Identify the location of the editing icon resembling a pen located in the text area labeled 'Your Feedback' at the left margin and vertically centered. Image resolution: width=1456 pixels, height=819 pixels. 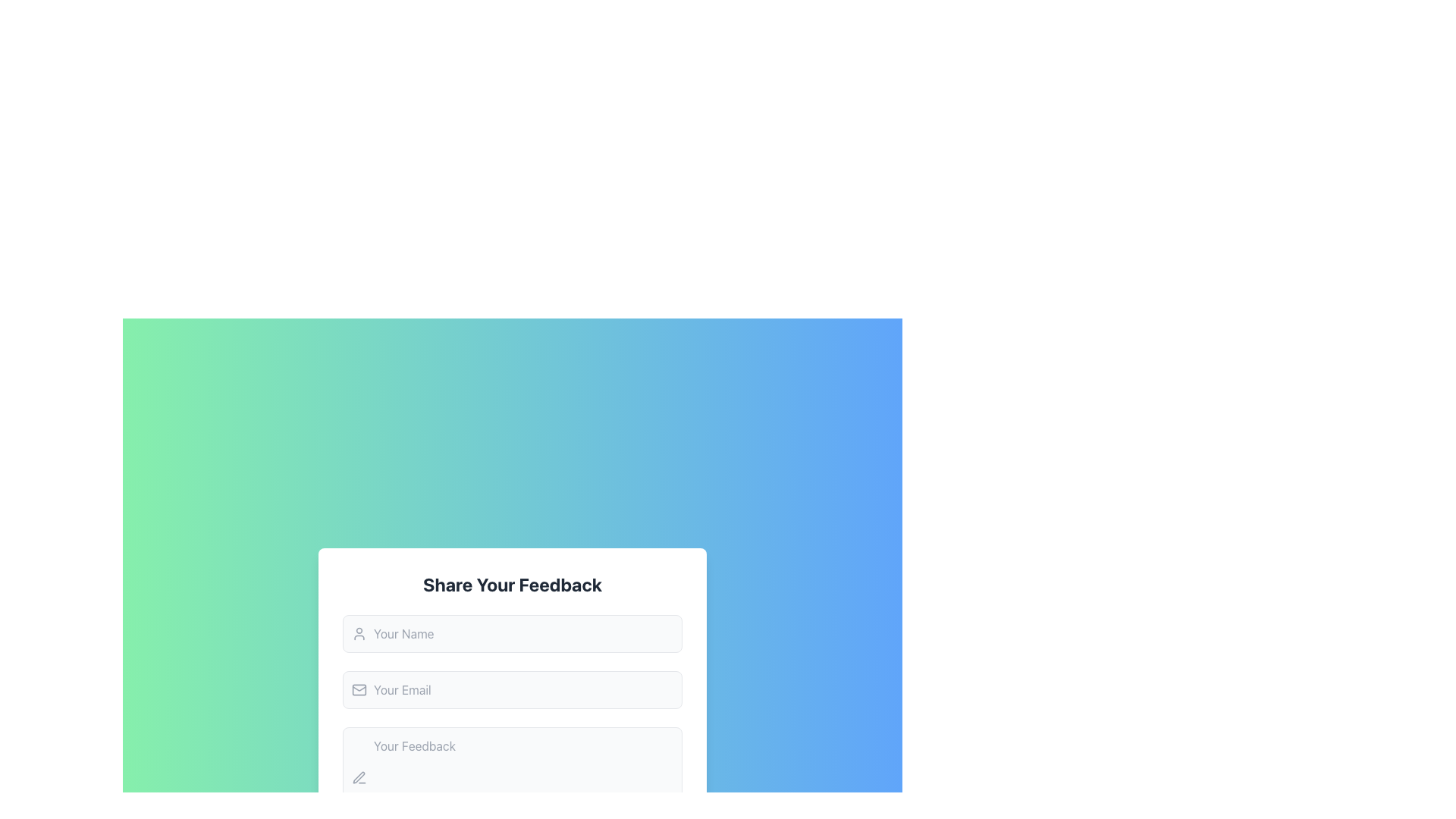
(359, 778).